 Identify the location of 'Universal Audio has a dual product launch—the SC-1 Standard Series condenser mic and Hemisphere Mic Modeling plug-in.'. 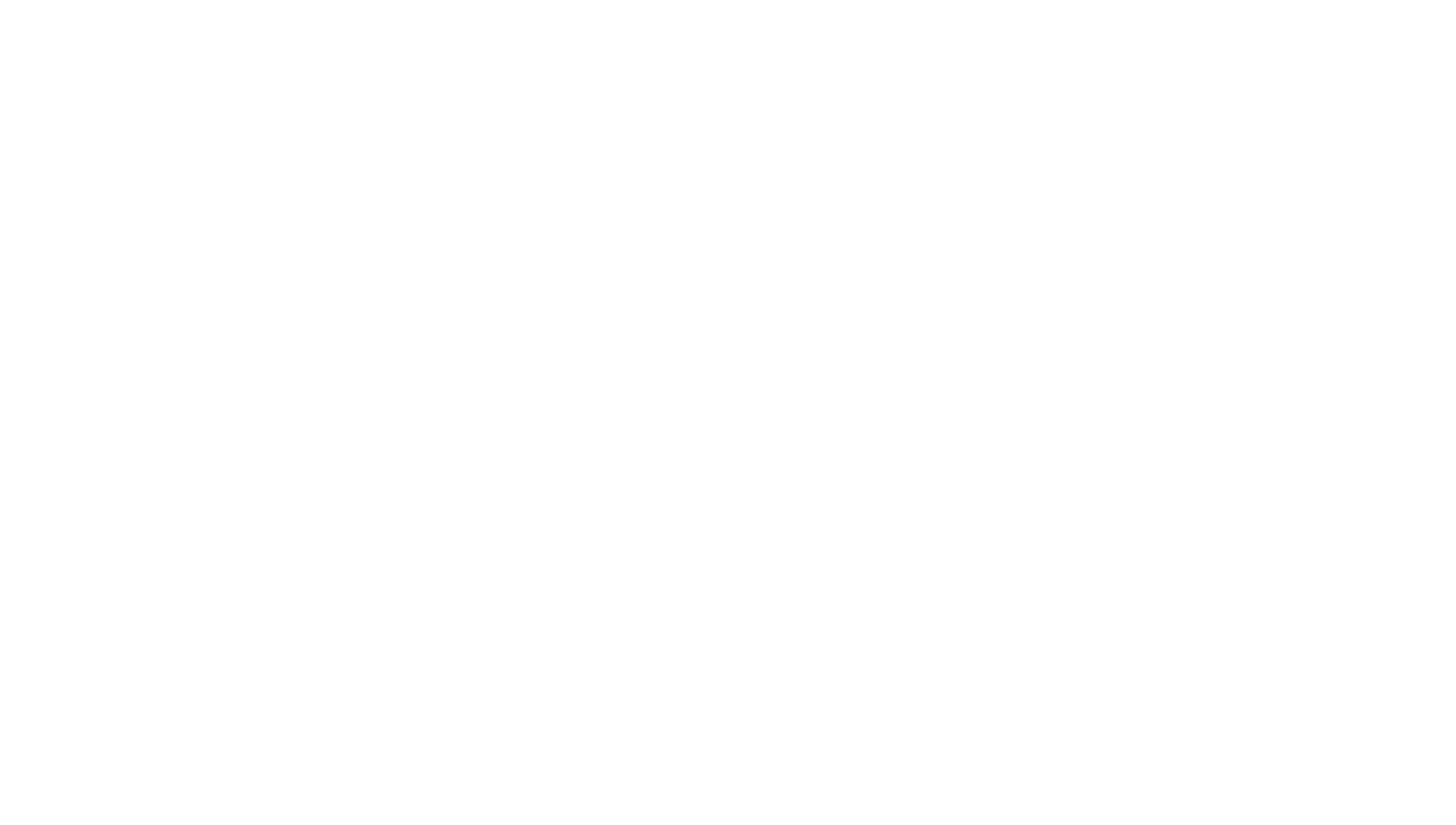
(673, 671).